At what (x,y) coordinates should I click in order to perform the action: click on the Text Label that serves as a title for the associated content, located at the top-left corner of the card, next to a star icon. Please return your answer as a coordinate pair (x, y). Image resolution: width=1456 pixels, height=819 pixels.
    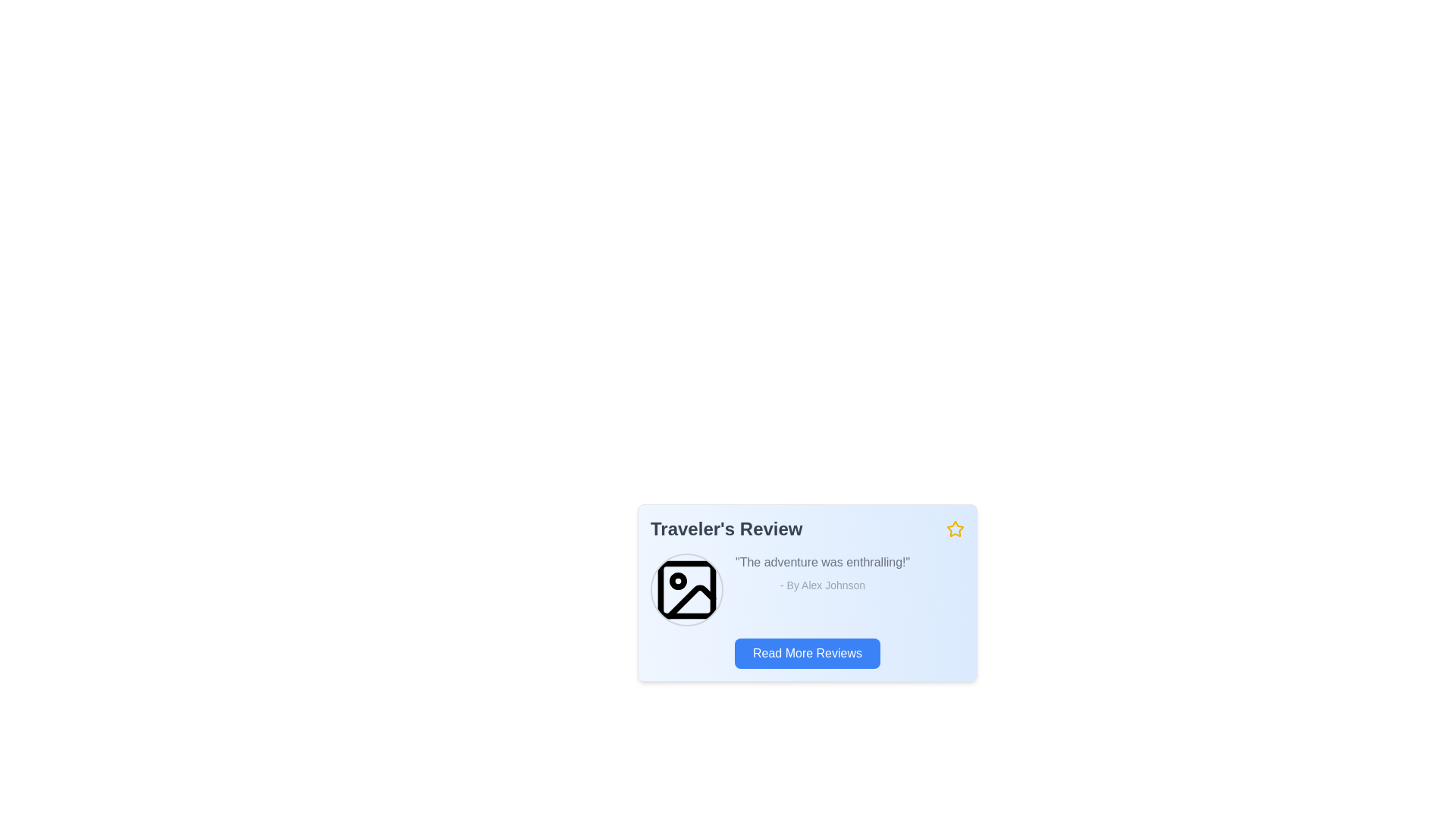
    Looking at the image, I should click on (726, 529).